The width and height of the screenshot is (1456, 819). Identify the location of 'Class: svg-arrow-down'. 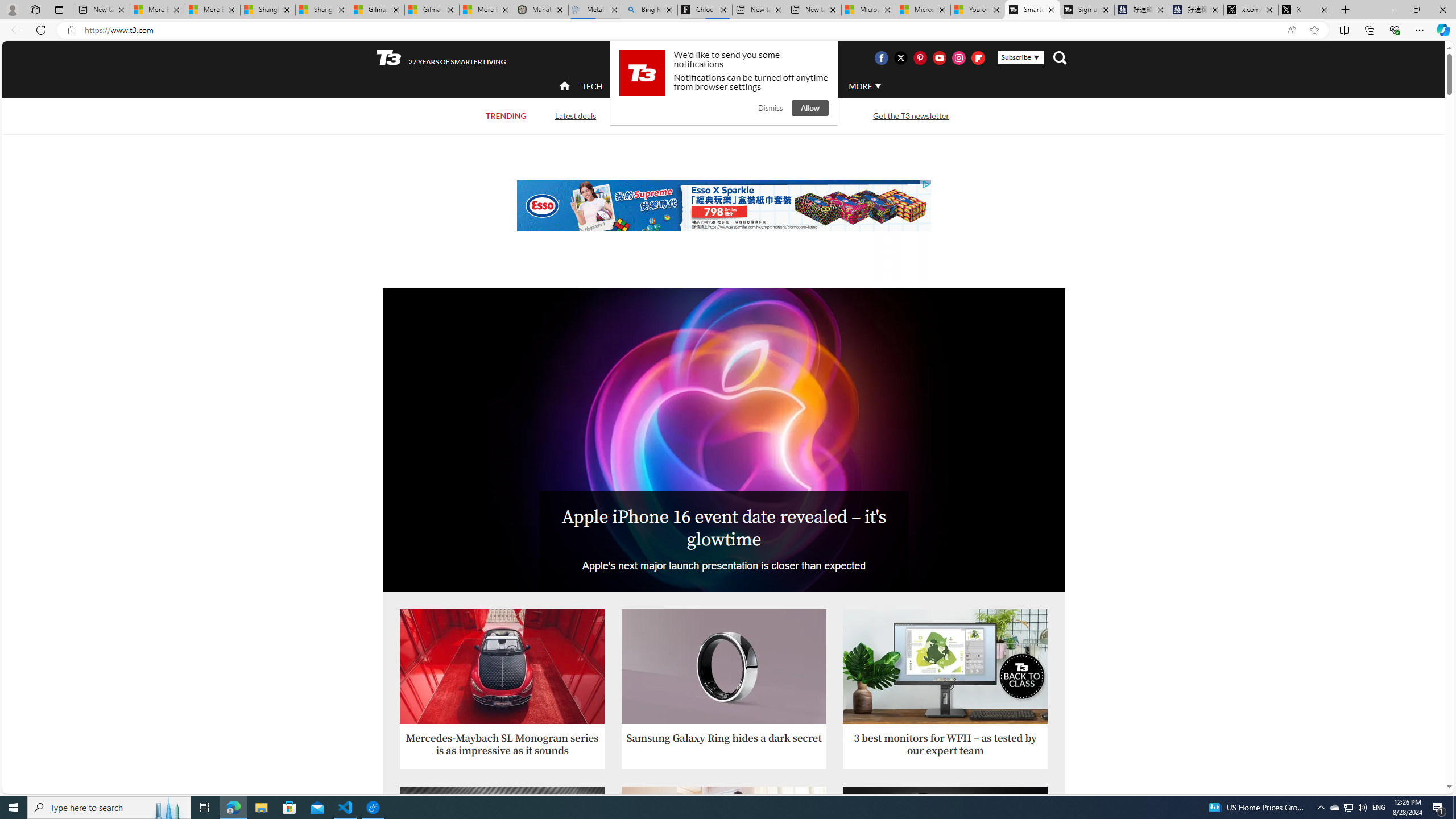
(877, 85).